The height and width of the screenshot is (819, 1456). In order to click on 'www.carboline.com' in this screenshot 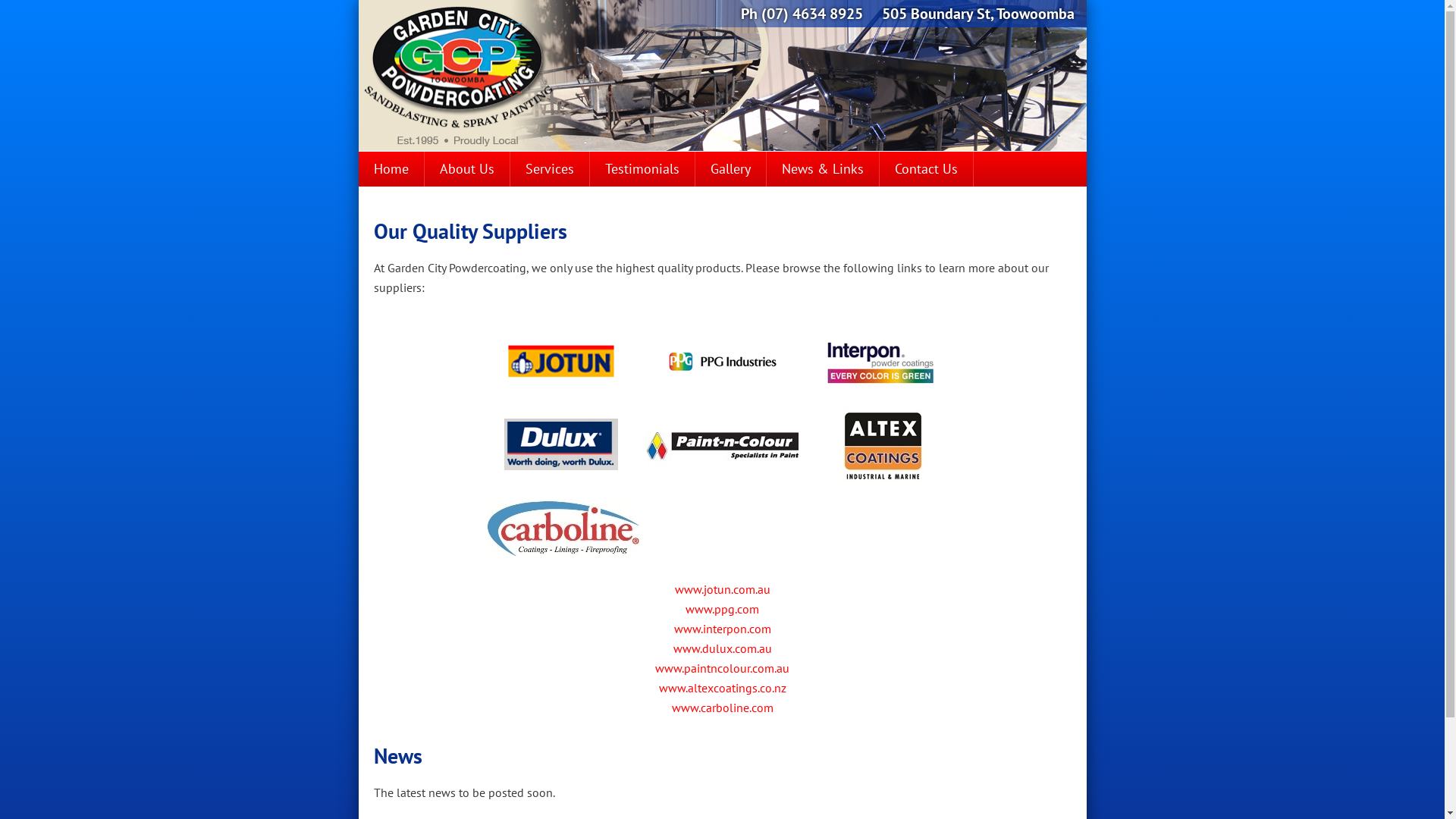, I will do `click(722, 708)`.